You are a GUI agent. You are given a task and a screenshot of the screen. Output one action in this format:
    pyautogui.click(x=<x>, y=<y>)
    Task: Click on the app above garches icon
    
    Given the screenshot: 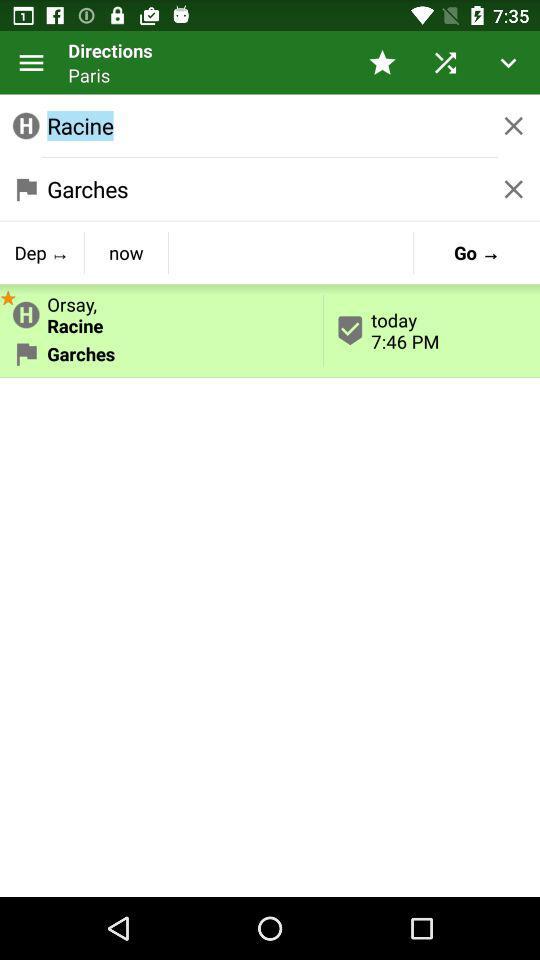 What is the action you would take?
    pyautogui.click(x=7, y=295)
    